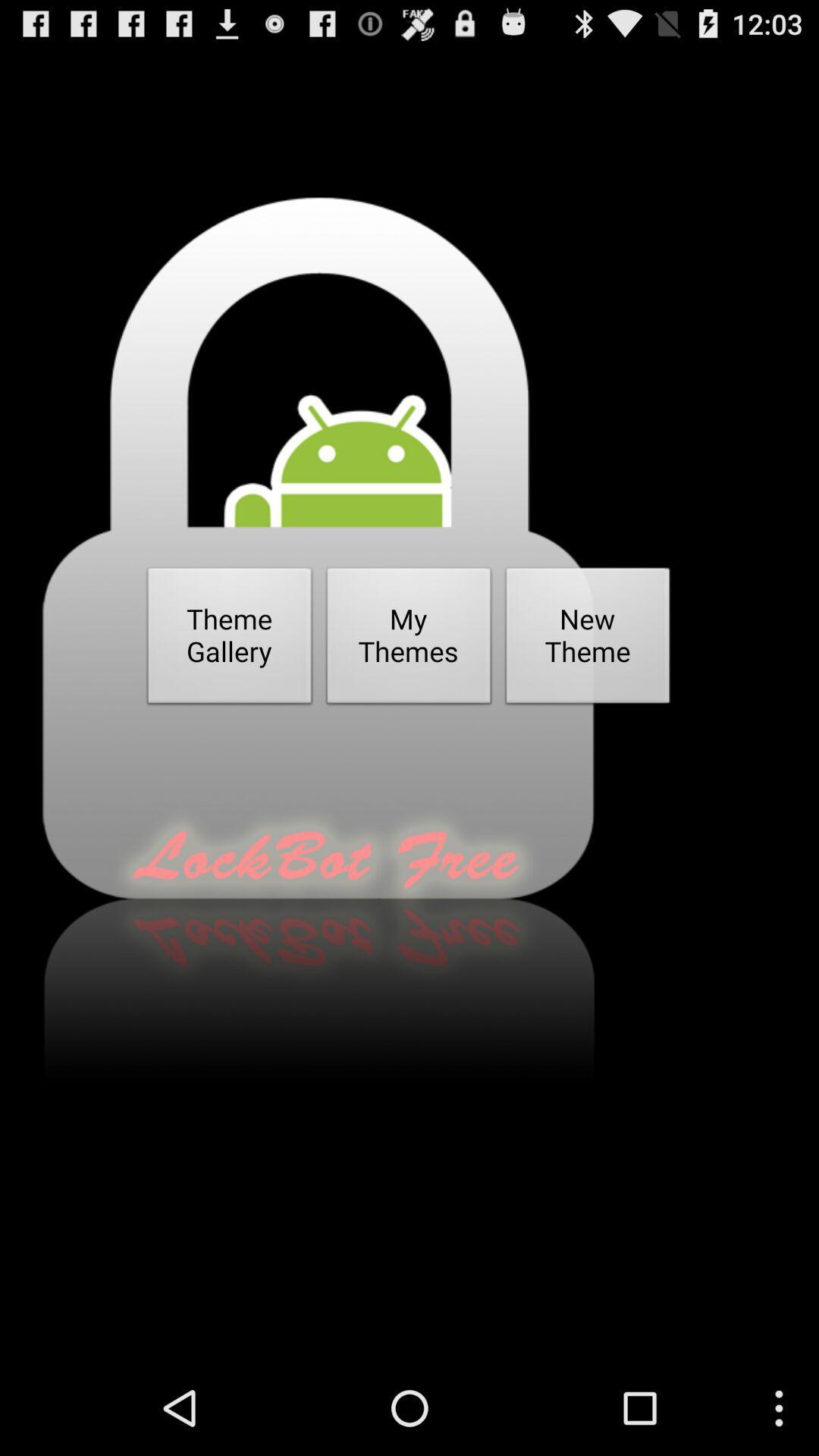 This screenshot has width=819, height=1456. Describe the element at coordinates (408, 640) in the screenshot. I see `the my themes icon` at that location.